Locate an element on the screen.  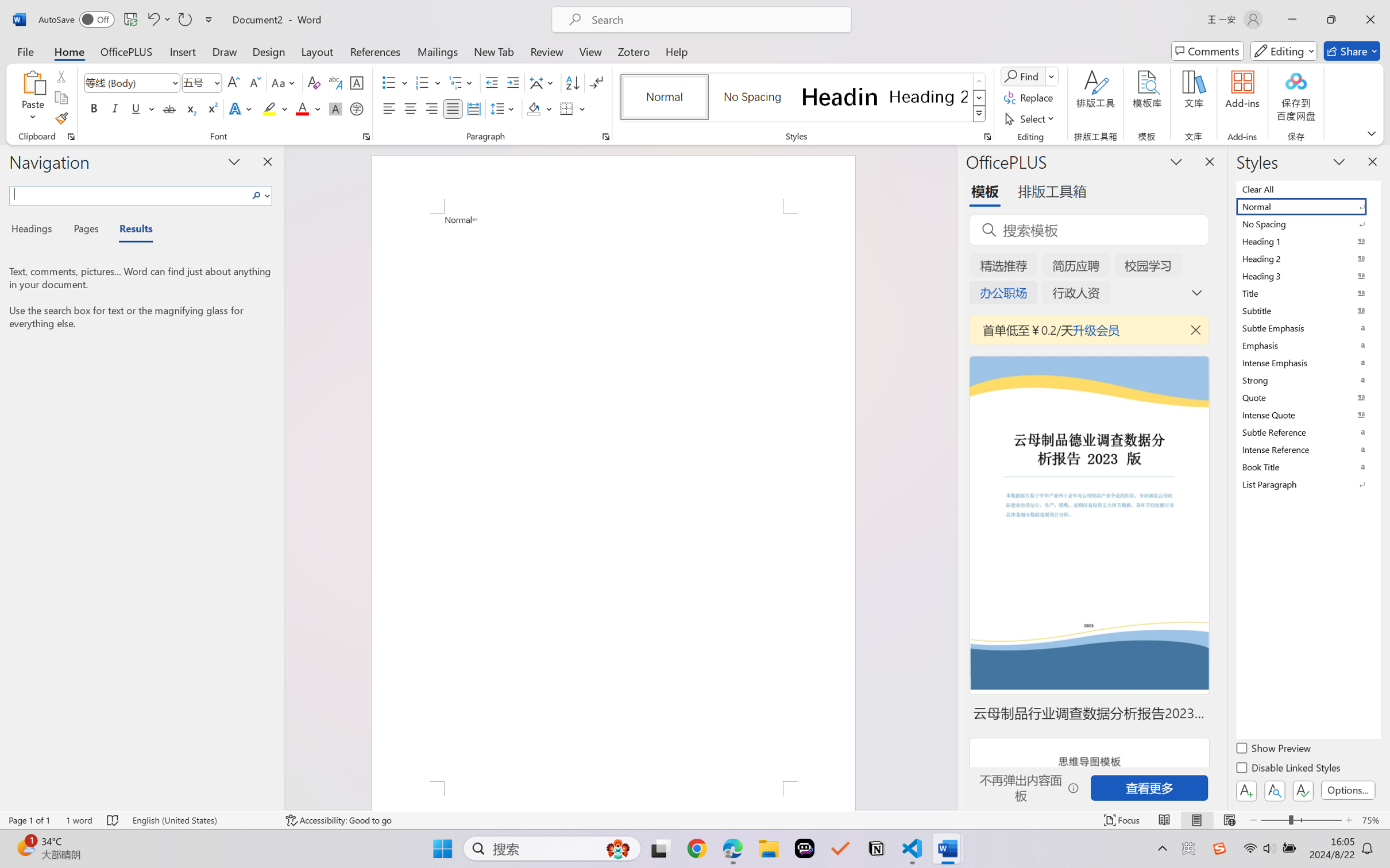
'Zoom' is located at coordinates (1302, 820).